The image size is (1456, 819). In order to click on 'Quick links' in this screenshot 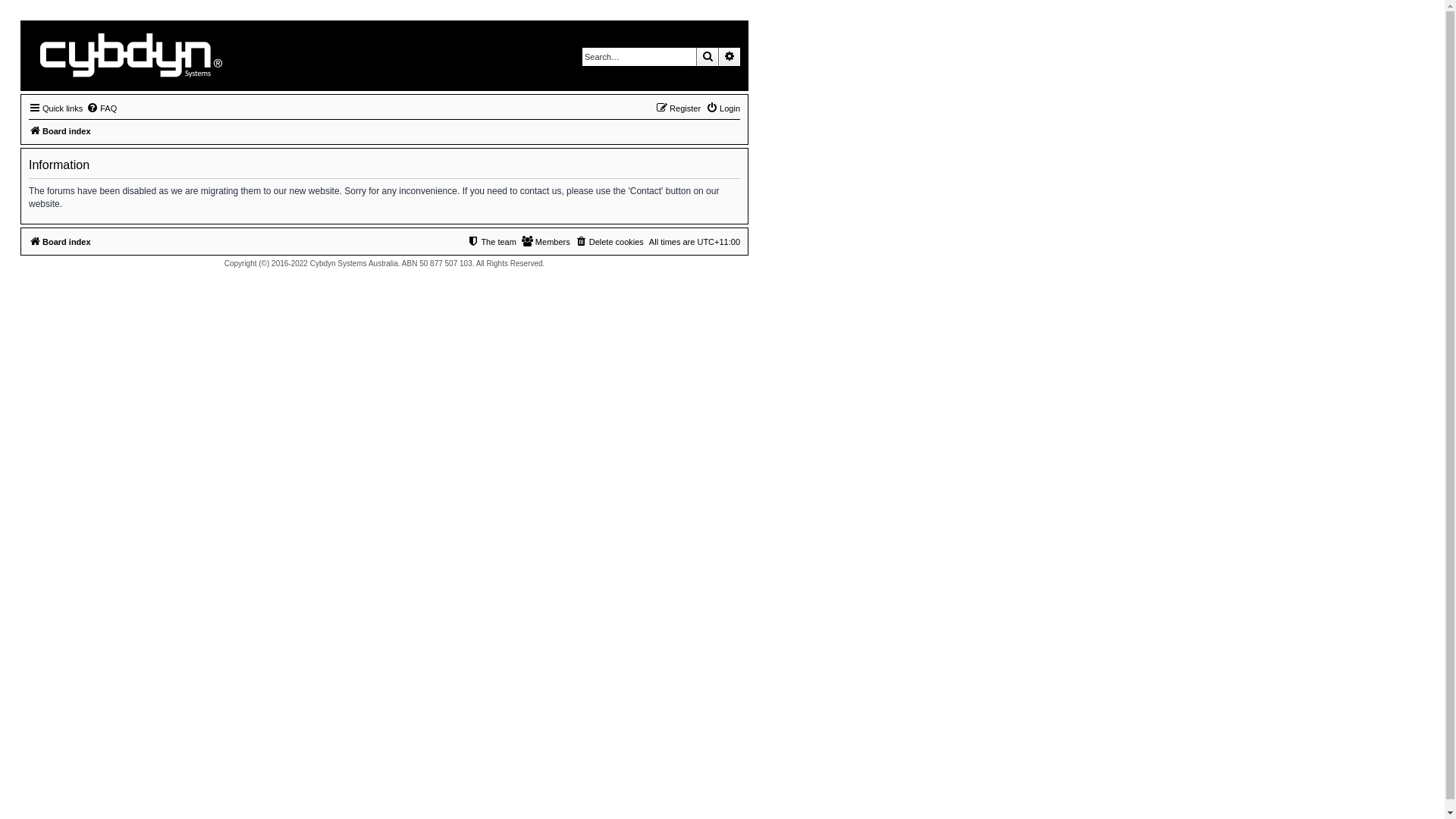, I will do `click(55, 107)`.